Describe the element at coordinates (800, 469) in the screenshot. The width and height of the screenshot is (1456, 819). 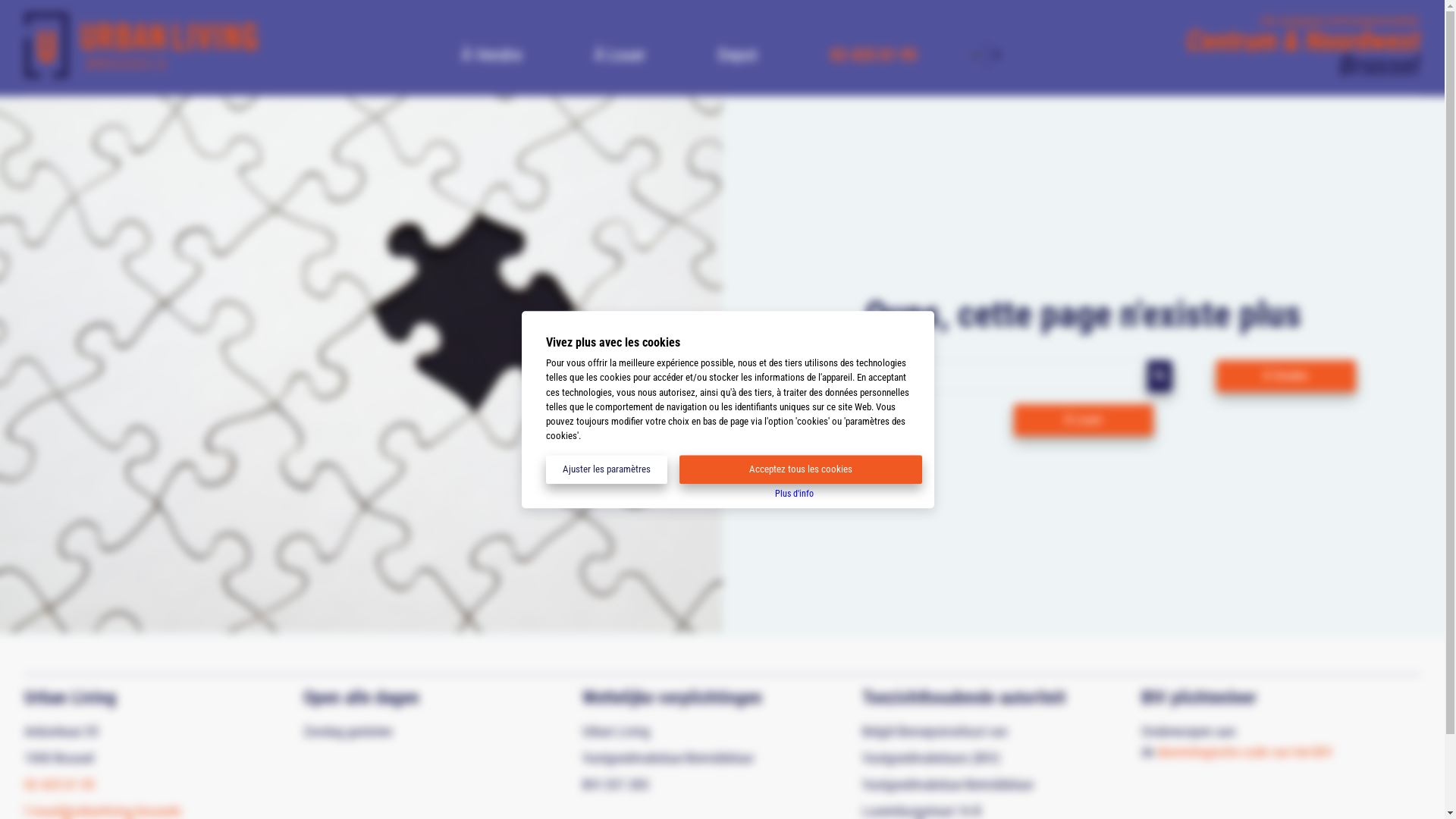
I see `'Acceptez tous les cookies'` at that location.